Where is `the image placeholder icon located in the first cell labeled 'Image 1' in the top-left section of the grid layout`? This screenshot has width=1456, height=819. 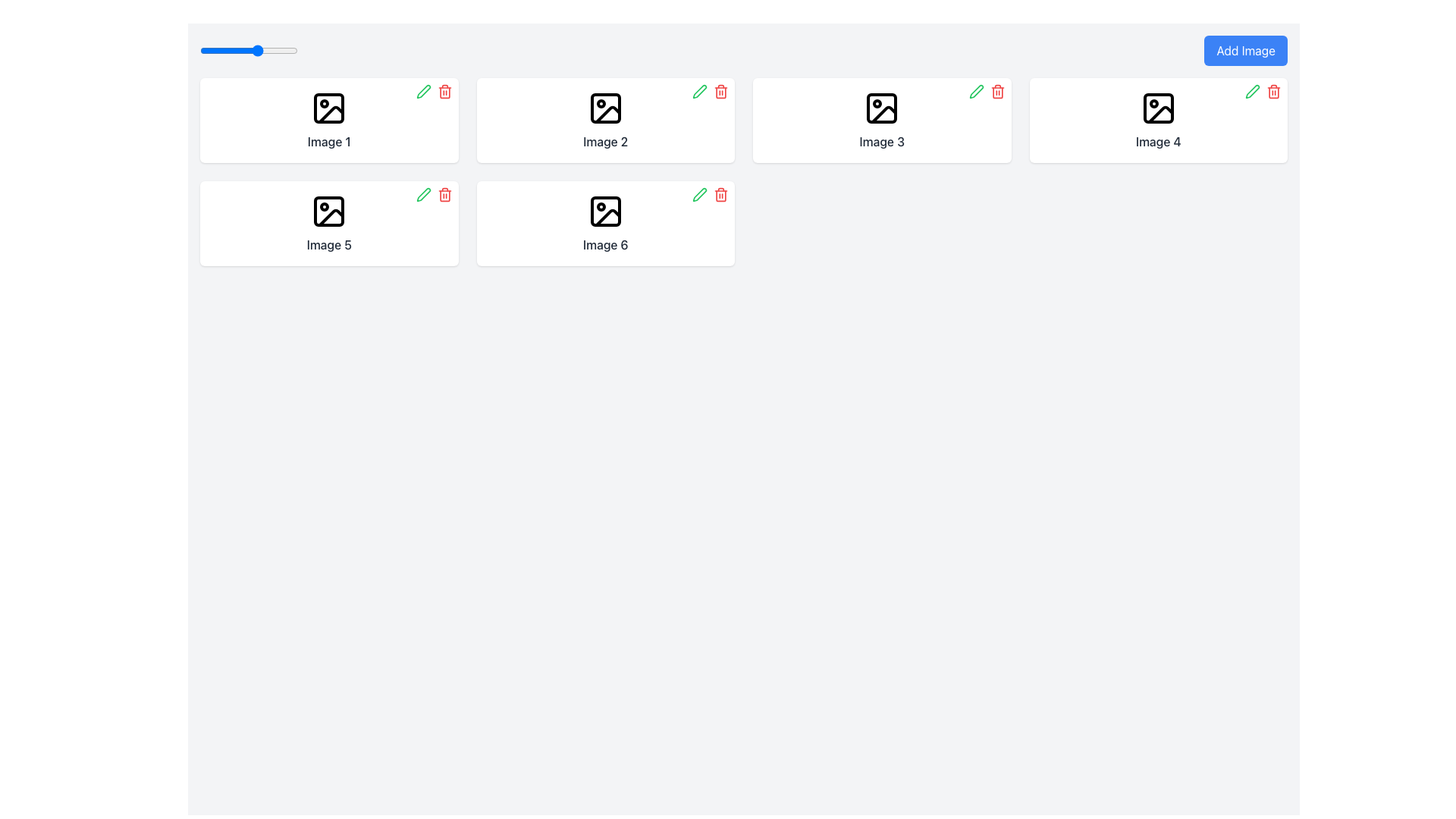
the image placeholder icon located in the first cell labeled 'Image 1' in the top-left section of the grid layout is located at coordinates (328, 107).